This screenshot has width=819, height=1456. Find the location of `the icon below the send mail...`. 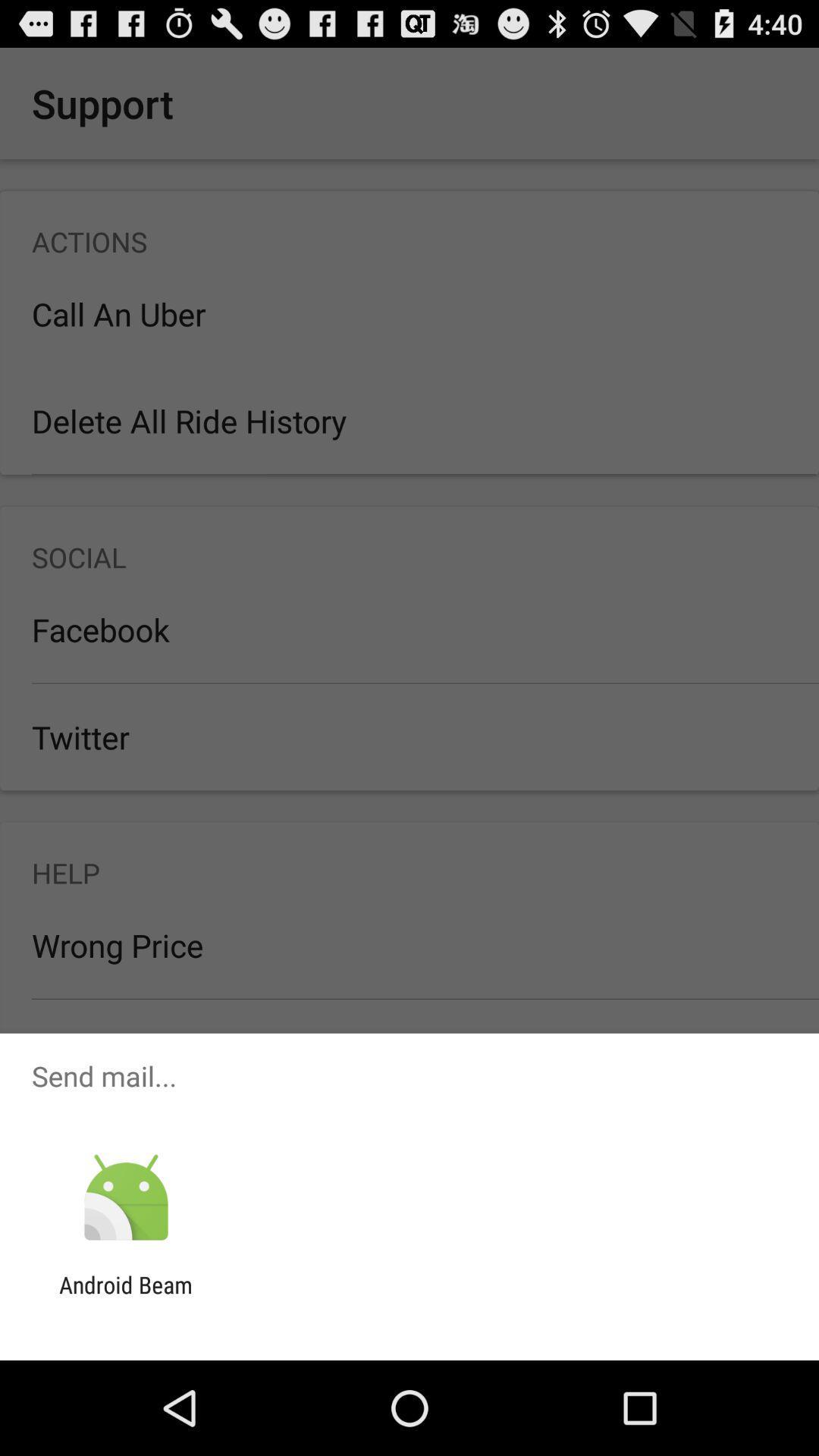

the icon below the send mail... is located at coordinates (125, 1197).